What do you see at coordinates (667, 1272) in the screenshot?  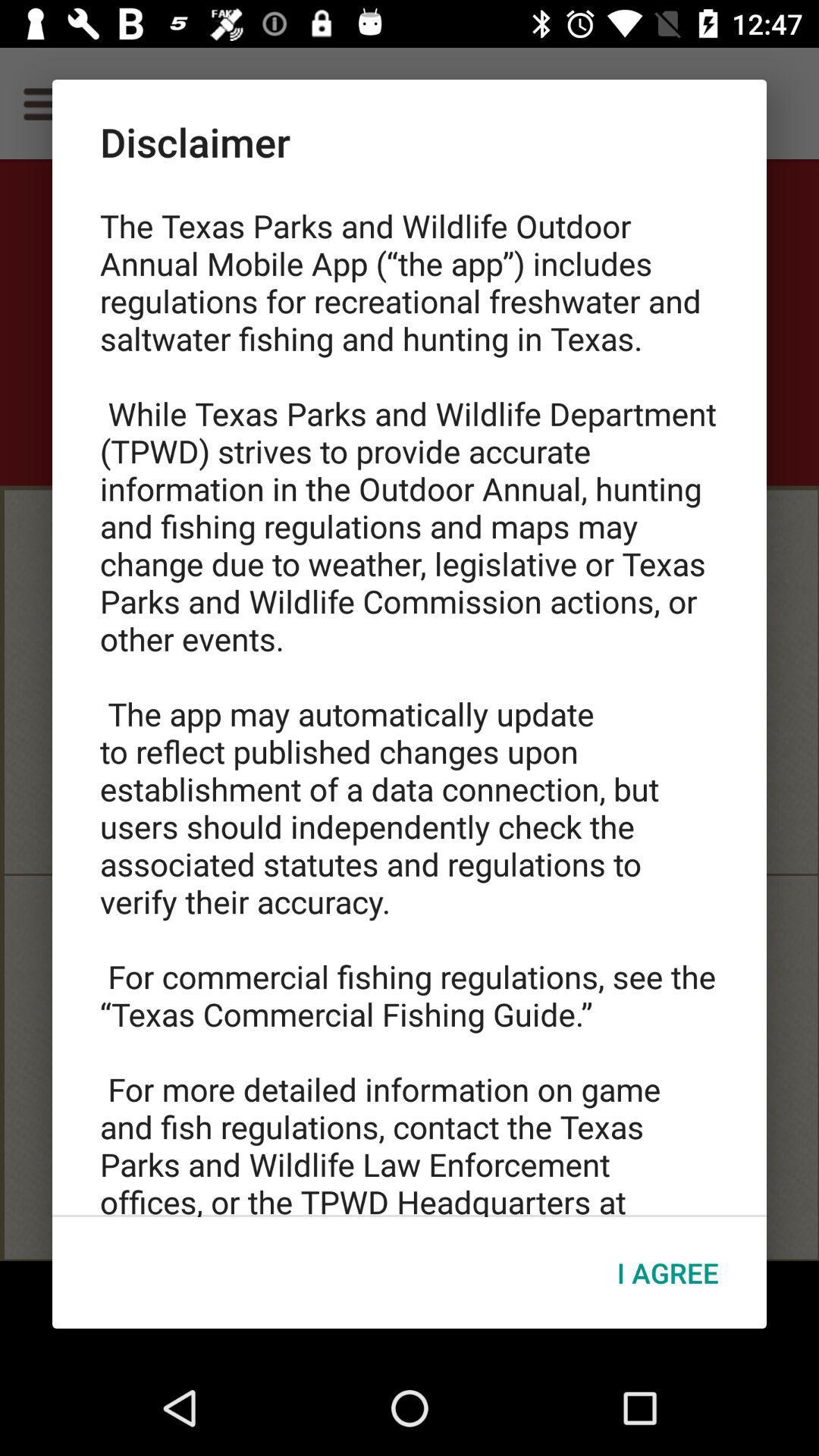 I see `i agree icon` at bounding box center [667, 1272].